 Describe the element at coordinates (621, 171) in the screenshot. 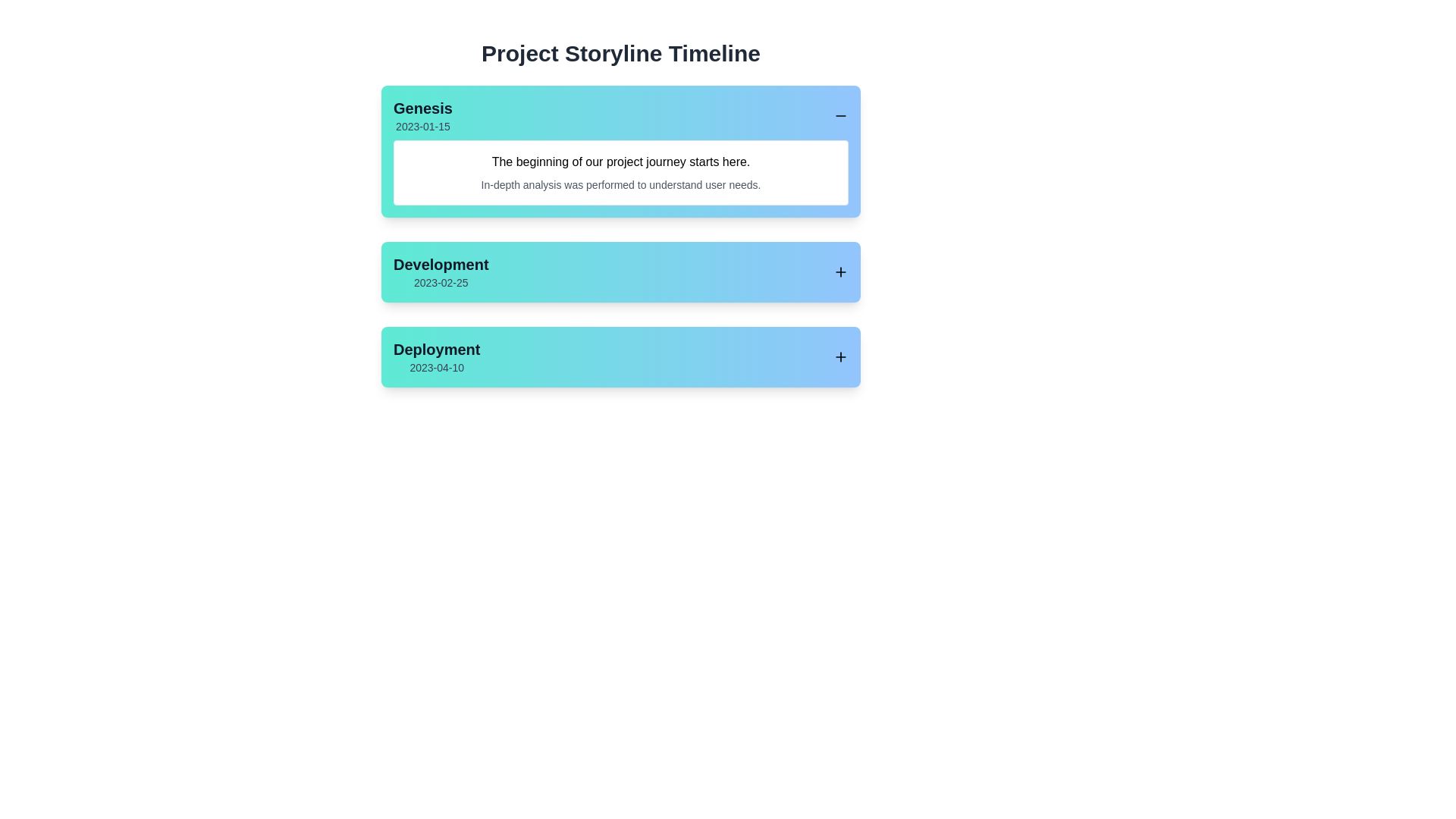

I see `the Static Content Box that presents information about the 'Genesis' stage of the project timeline, which is centrally located in the interface below the 'Genesis' title and above the 'Development' section` at that location.